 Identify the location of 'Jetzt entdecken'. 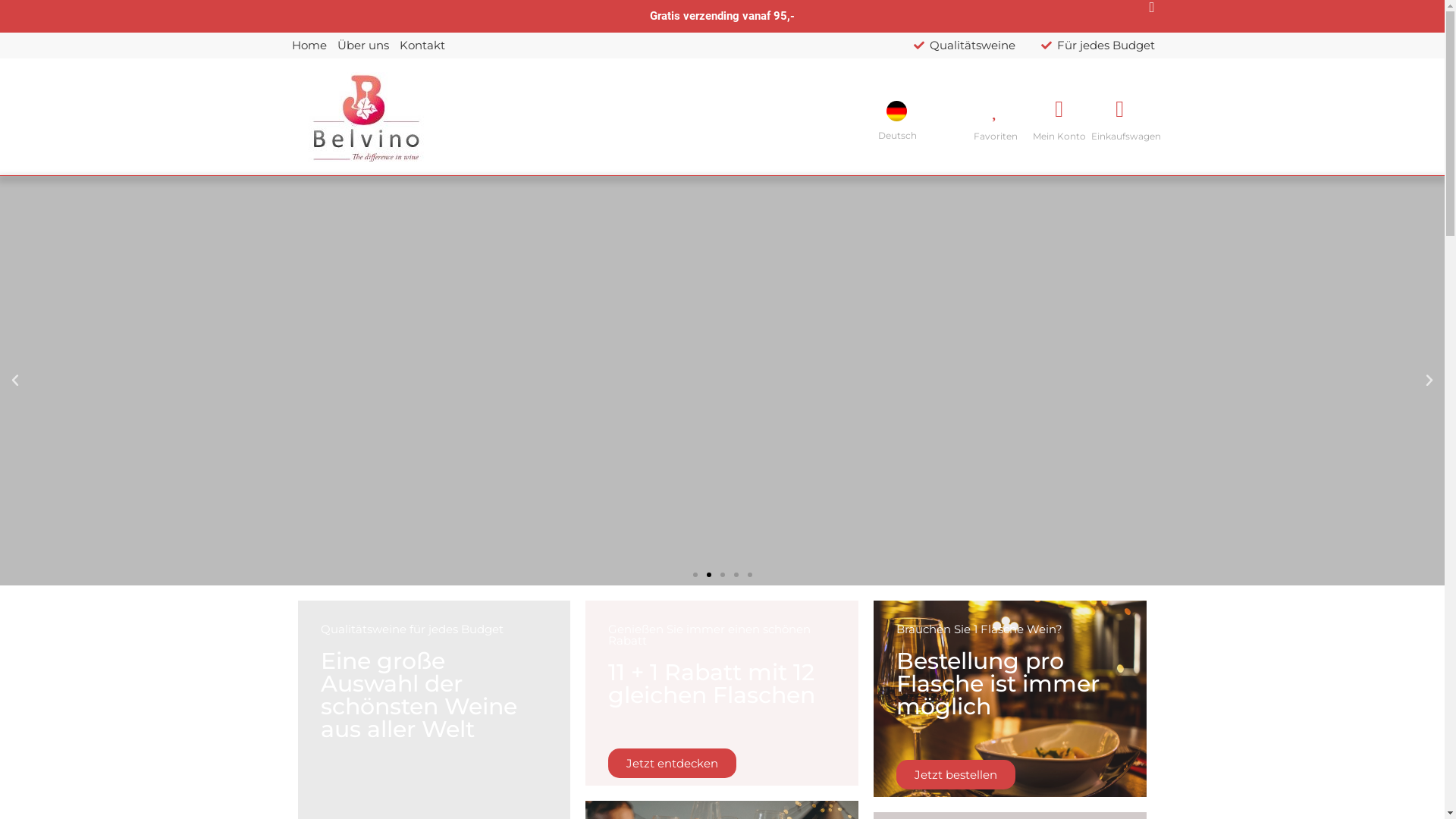
(671, 763).